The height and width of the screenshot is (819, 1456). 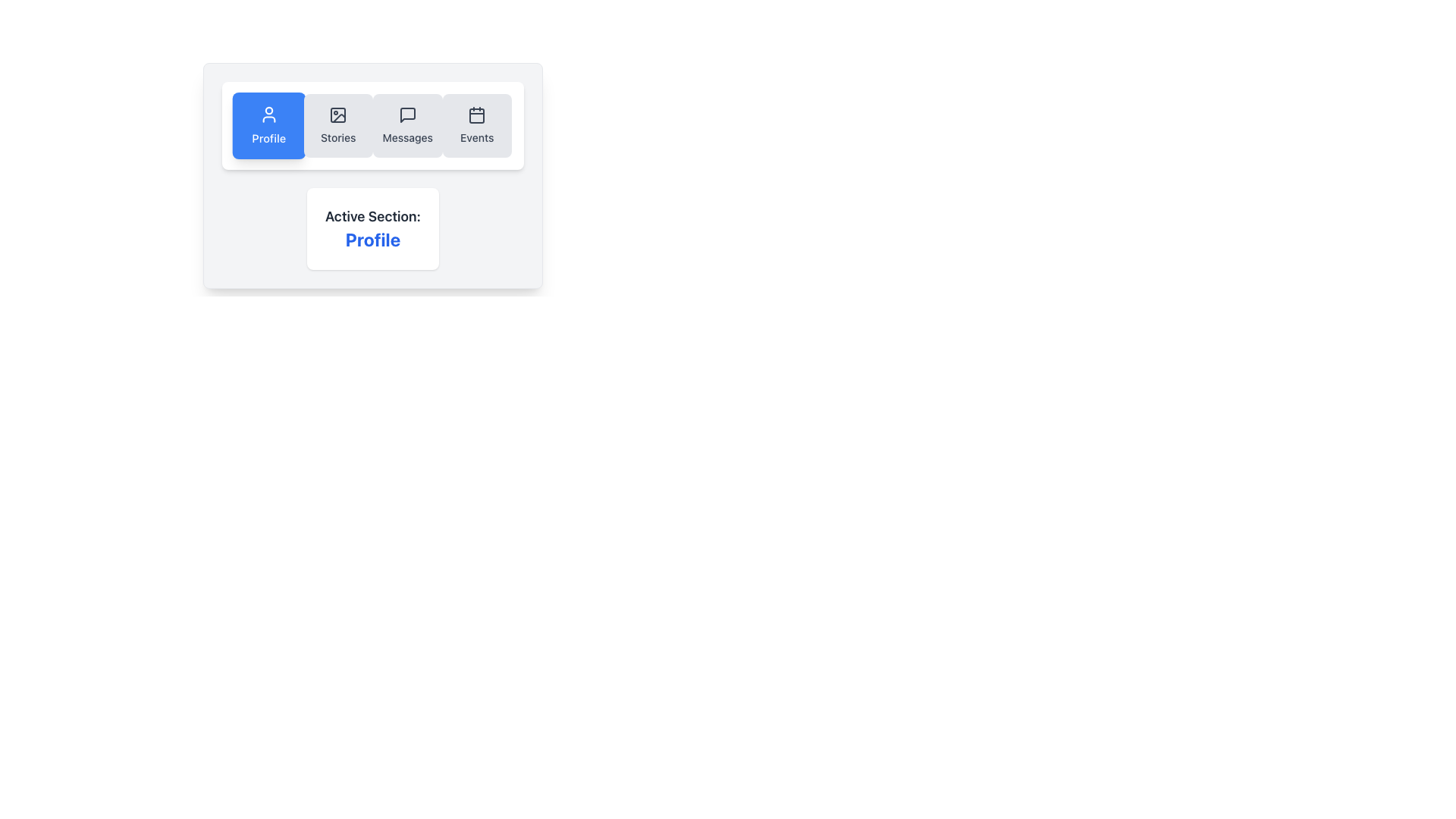 I want to click on a section in the Navigation Toolbar, so click(x=372, y=124).